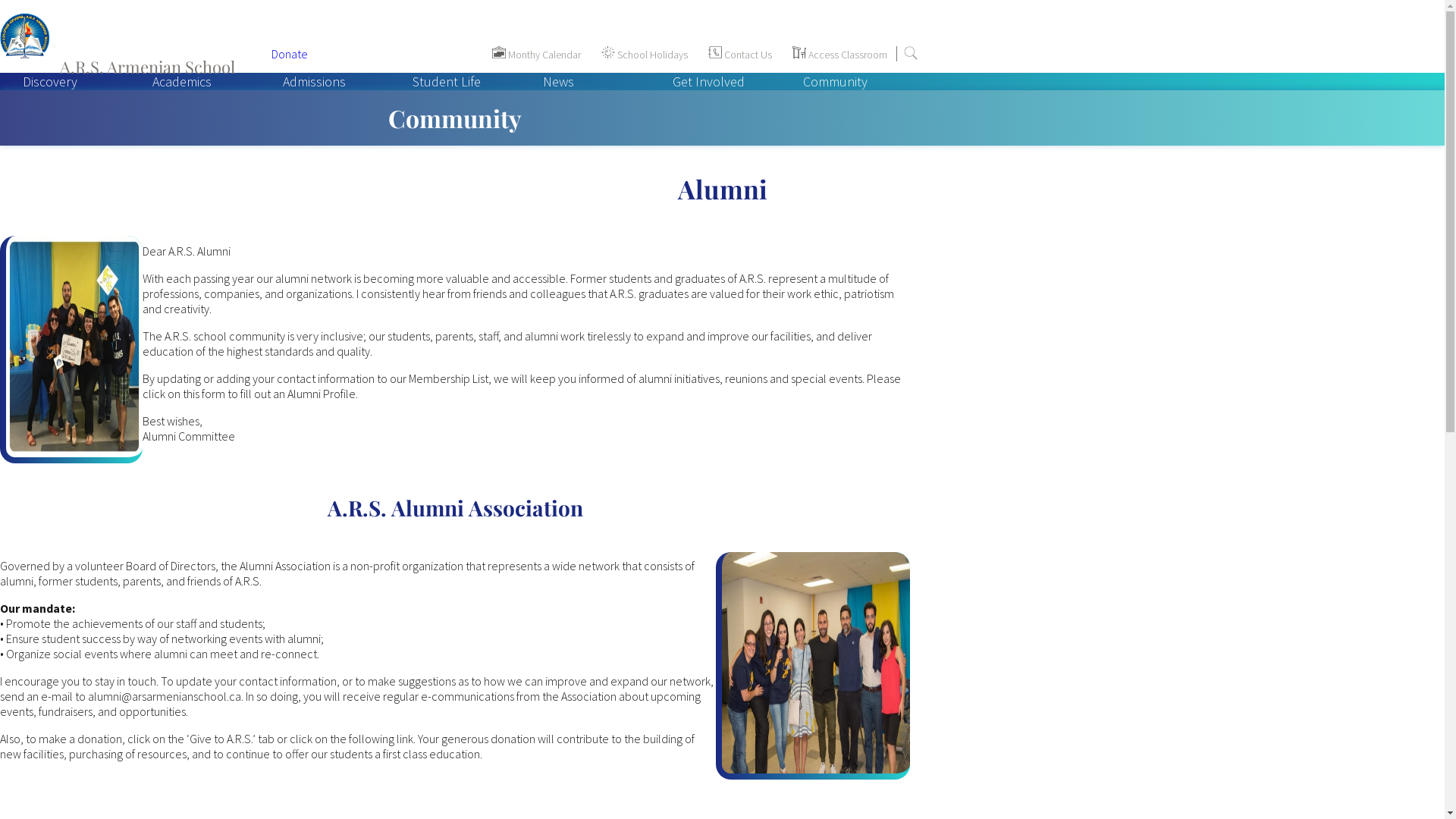 Image resolution: width=1456 pixels, height=819 pixels. Describe the element at coordinates (482, 54) in the screenshot. I see `'Monthy Calendar'` at that location.